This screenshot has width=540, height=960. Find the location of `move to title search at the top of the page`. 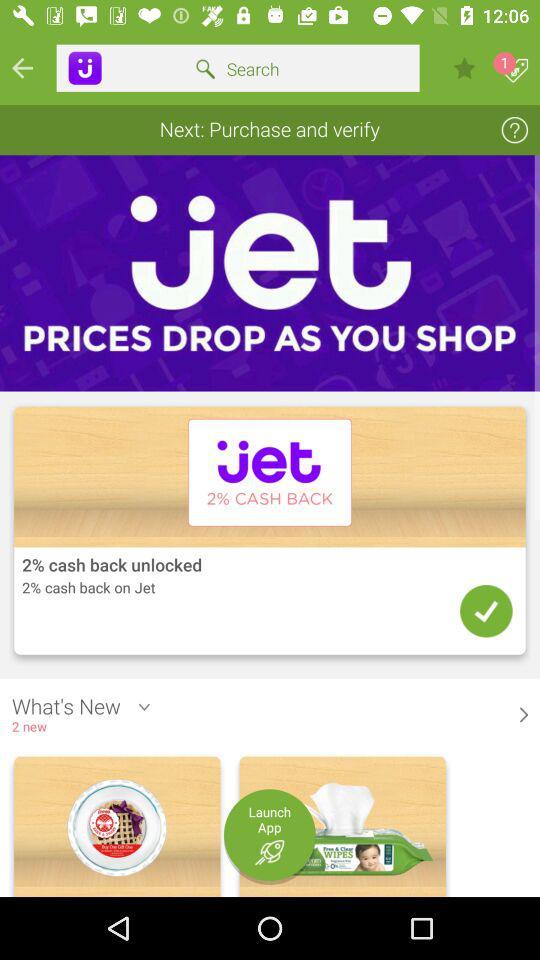

move to title search at the top of the page is located at coordinates (238, 69).